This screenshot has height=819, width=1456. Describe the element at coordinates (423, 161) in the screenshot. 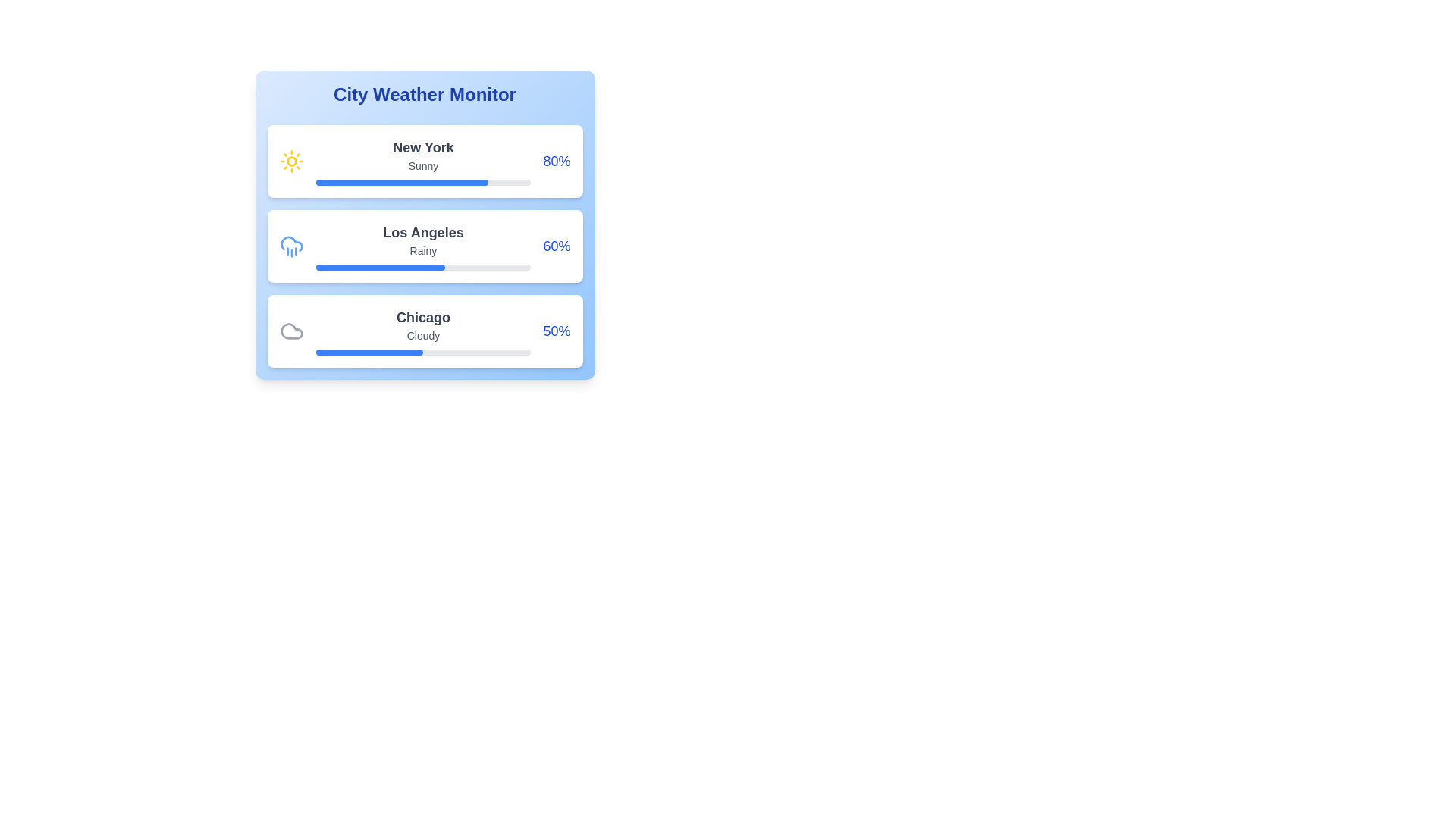

I see `weather data displayed in the block titled 'New York', which indicates the weather condition as 'Sunny' and shows an 80% completion progress bar` at that location.